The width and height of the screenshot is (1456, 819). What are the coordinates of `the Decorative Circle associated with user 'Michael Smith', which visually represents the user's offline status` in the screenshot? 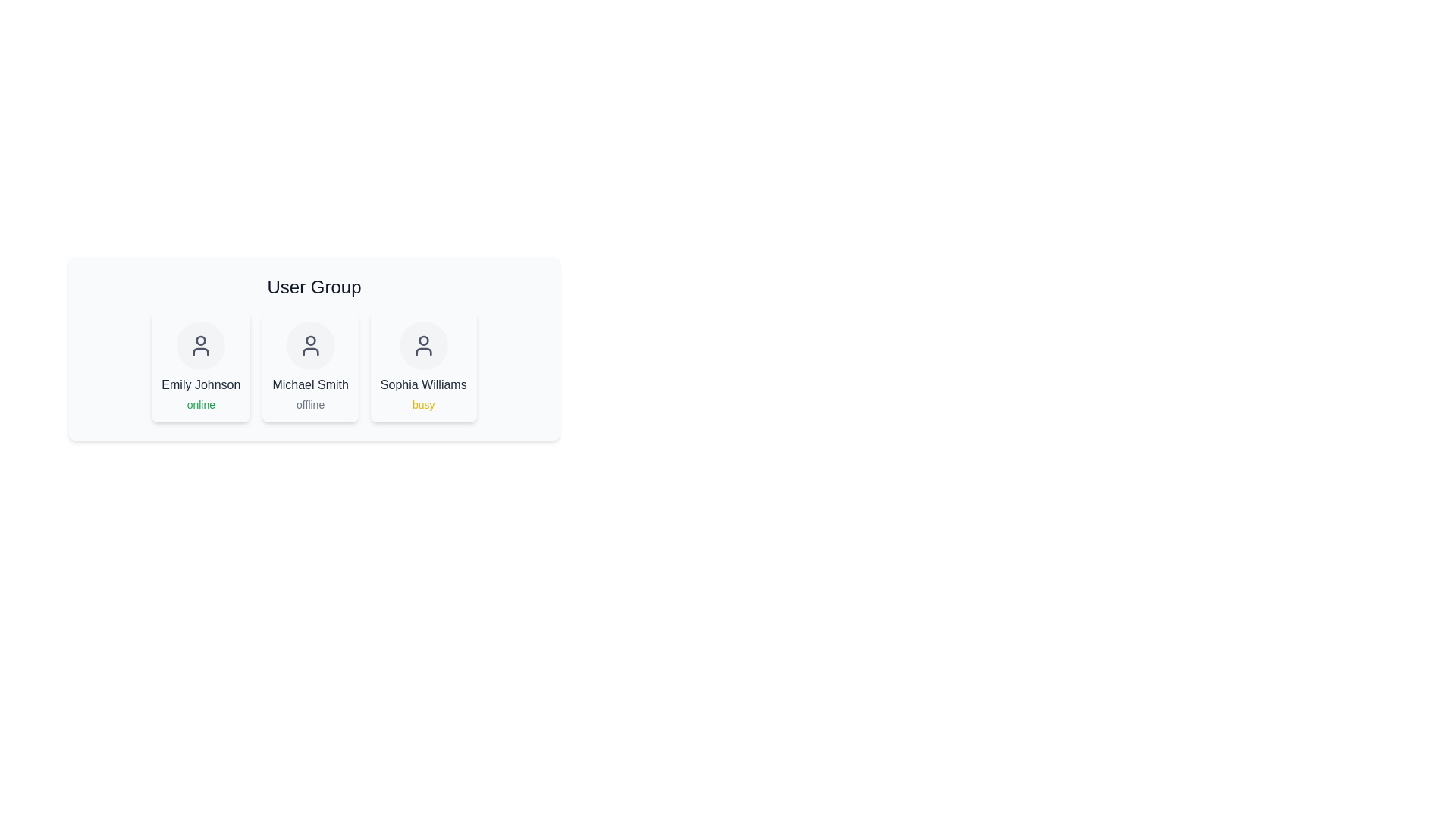 It's located at (309, 340).